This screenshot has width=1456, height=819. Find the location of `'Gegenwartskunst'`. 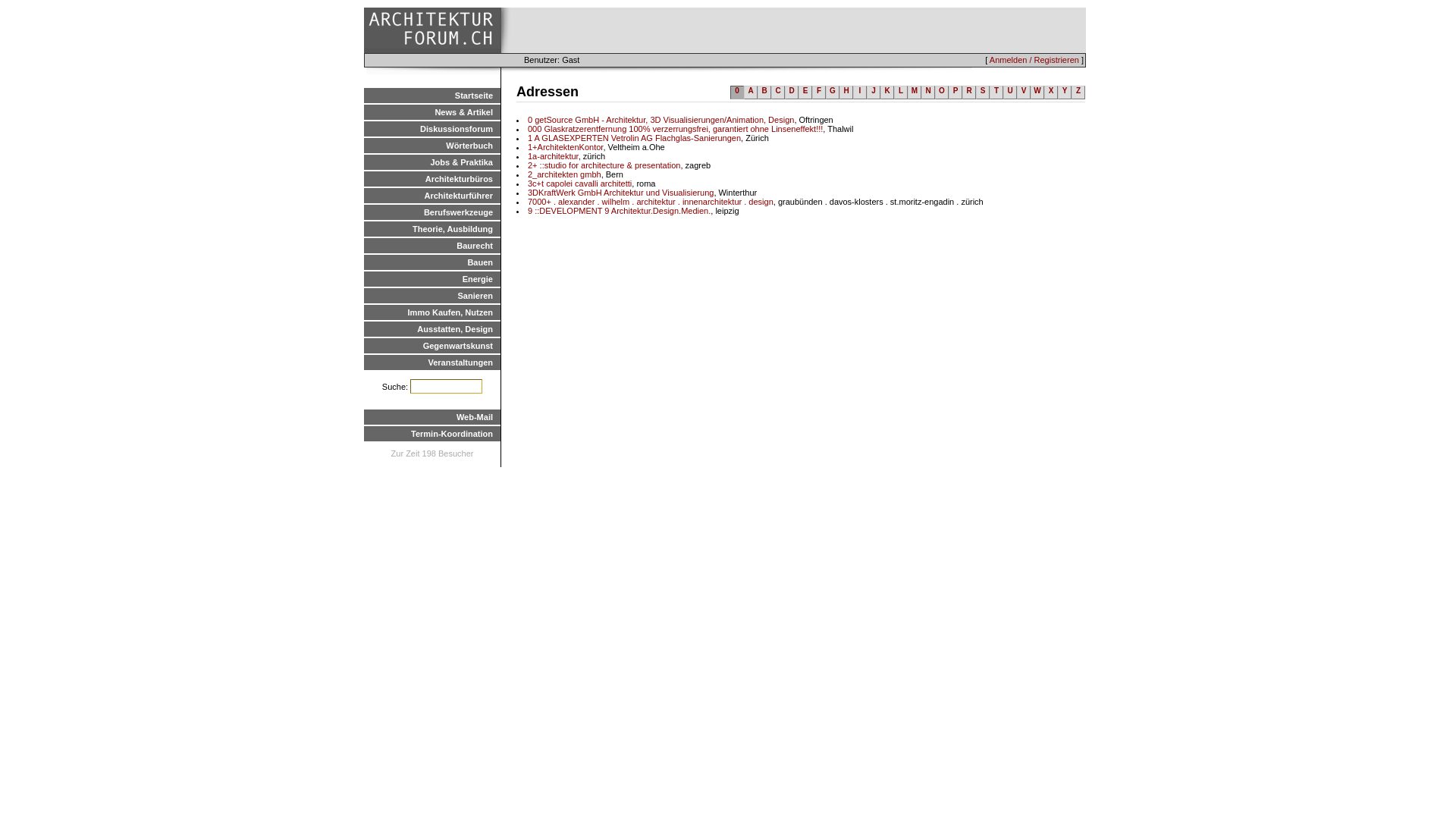

'Gegenwartskunst' is located at coordinates (364, 345).